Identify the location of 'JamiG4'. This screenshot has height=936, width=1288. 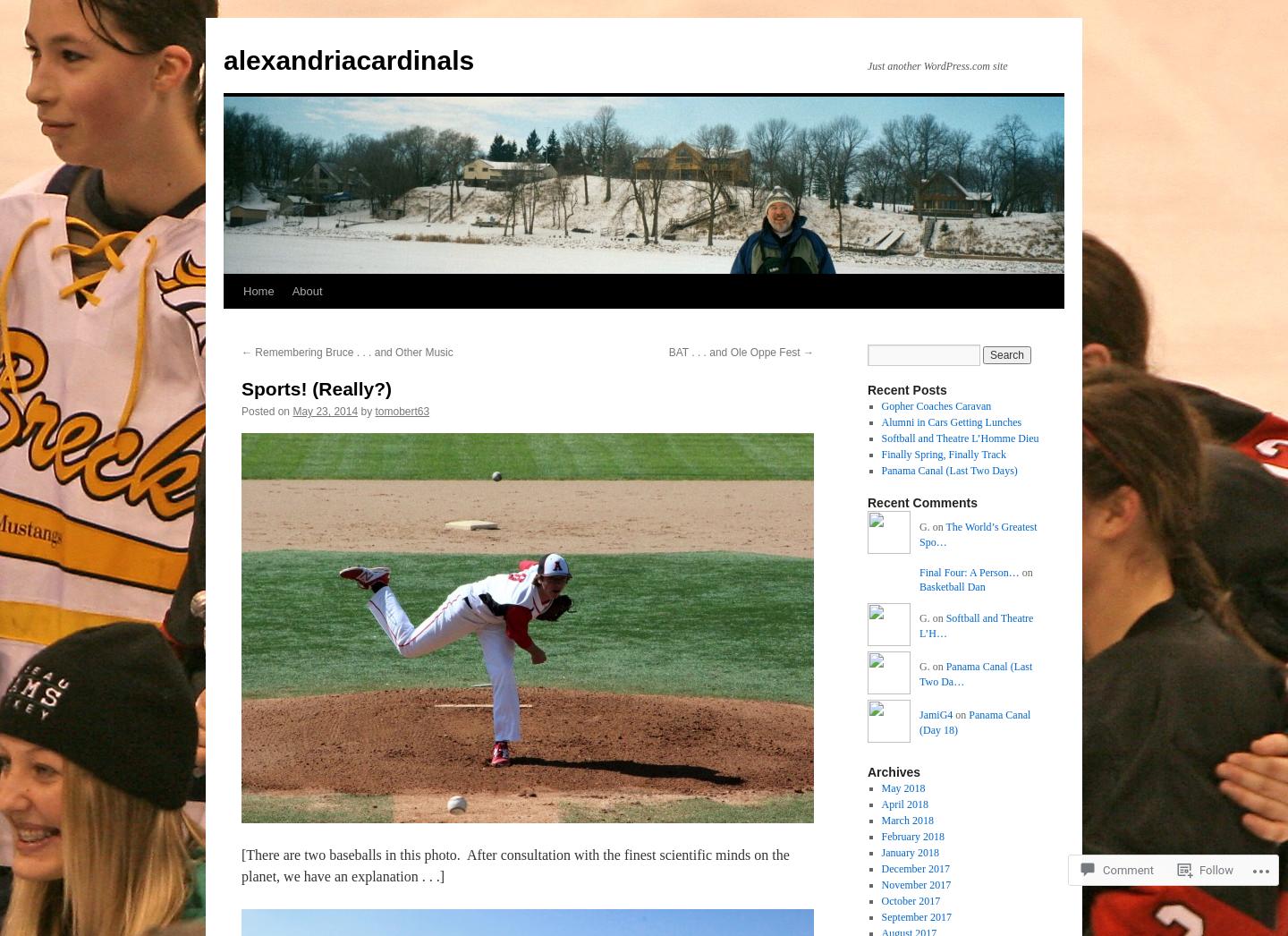
(919, 715).